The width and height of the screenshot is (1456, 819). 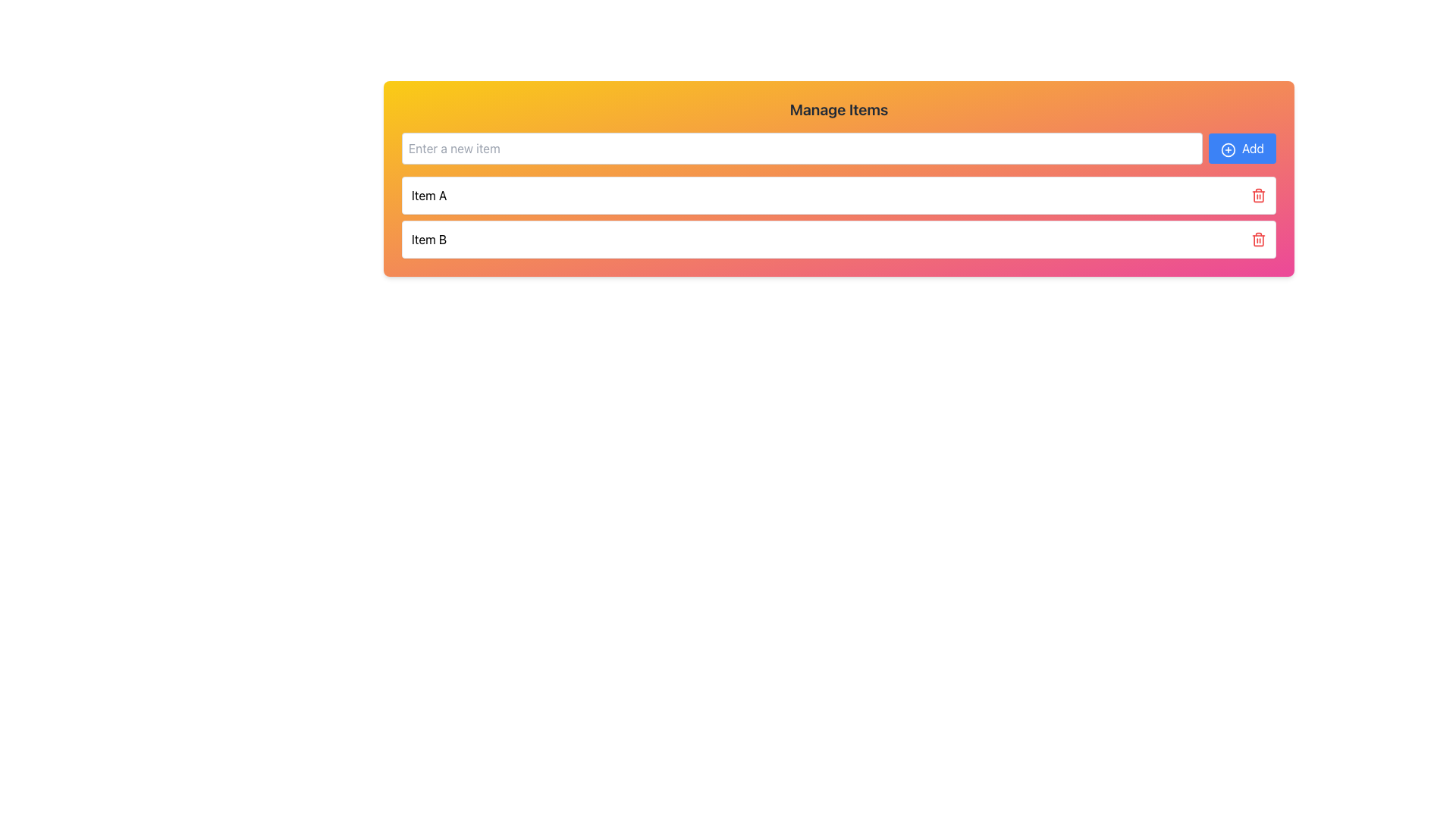 What do you see at coordinates (1242, 149) in the screenshot?
I see `the 'Add' button with a blue background and white text, which includes a circular '+' icon, located on the right side of the 'Enter a new item' input field` at bounding box center [1242, 149].